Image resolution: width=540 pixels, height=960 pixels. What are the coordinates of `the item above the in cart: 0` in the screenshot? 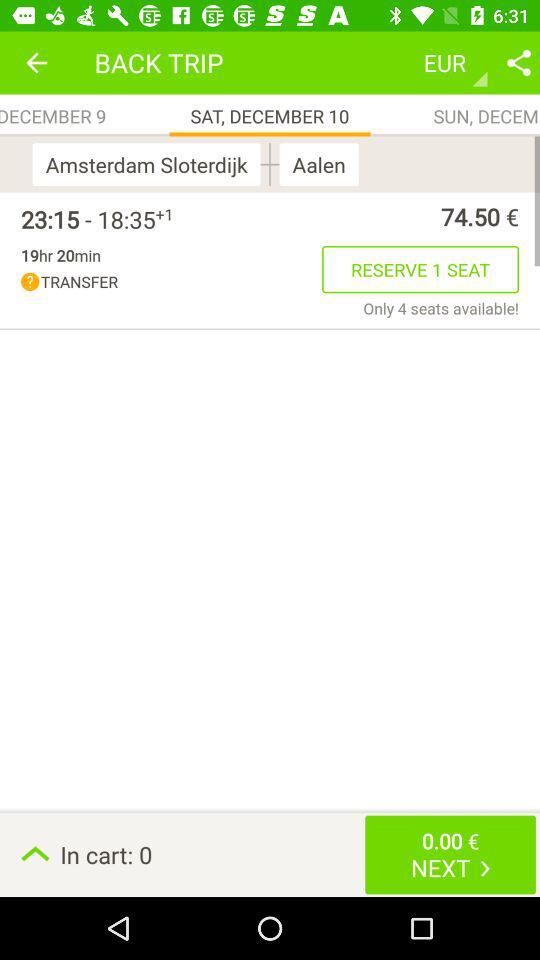 It's located at (441, 308).